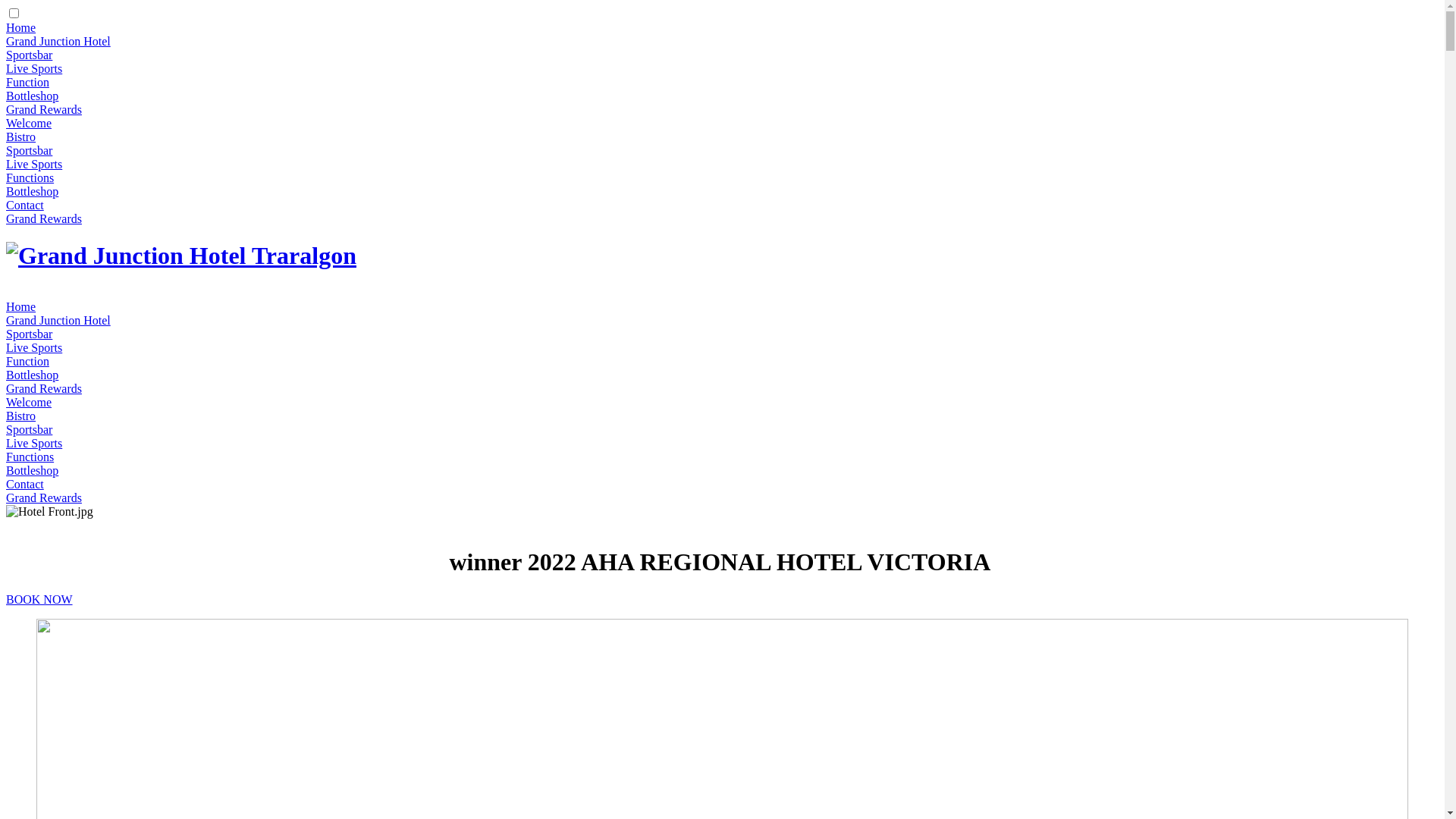  Describe the element at coordinates (25, 484) in the screenshot. I see `'Contact'` at that location.